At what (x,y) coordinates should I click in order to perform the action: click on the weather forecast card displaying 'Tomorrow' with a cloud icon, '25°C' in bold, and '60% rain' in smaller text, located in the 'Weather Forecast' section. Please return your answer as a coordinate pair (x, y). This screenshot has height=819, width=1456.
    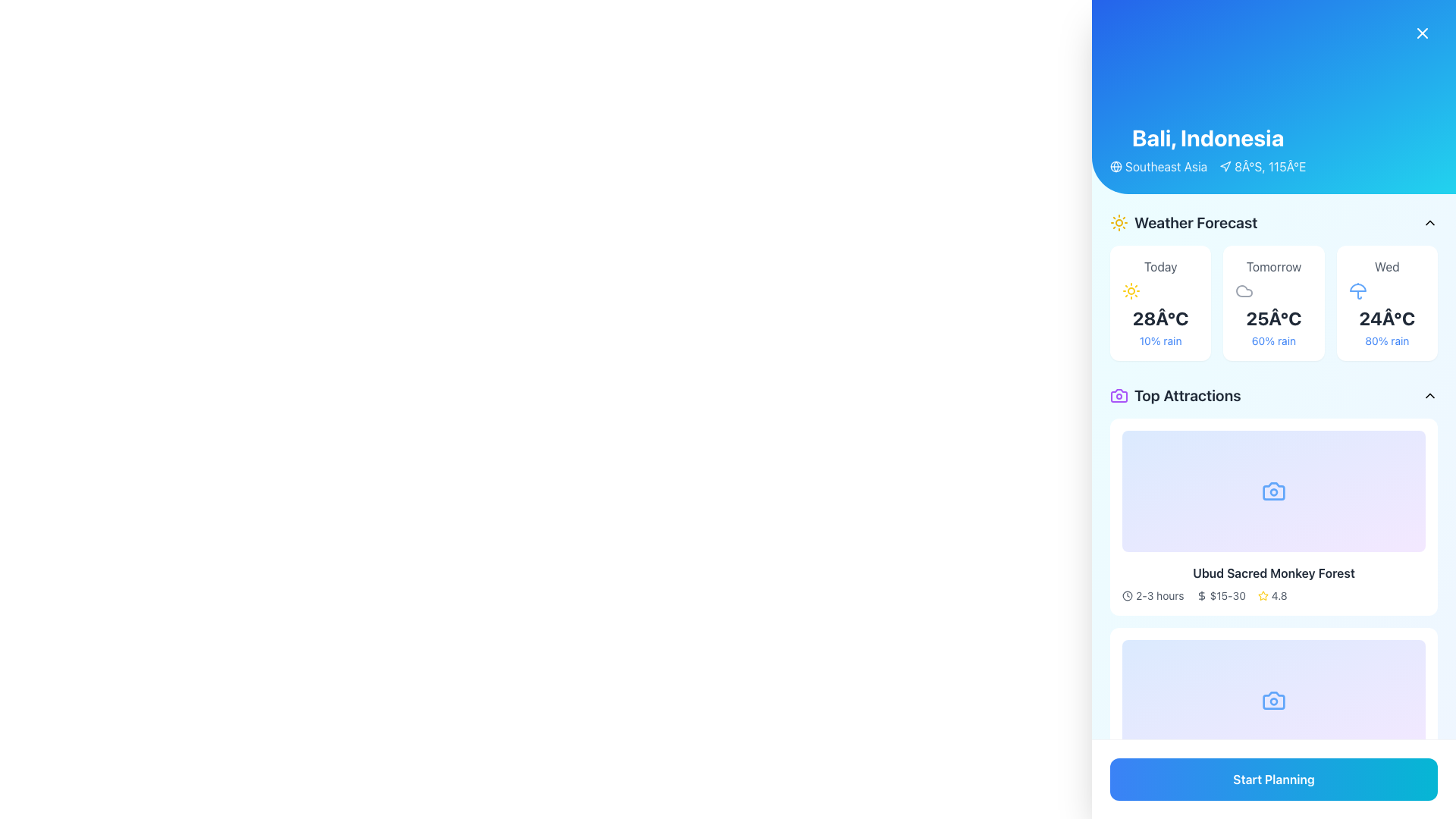
    Looking at the image, I should click on (1274, 303).